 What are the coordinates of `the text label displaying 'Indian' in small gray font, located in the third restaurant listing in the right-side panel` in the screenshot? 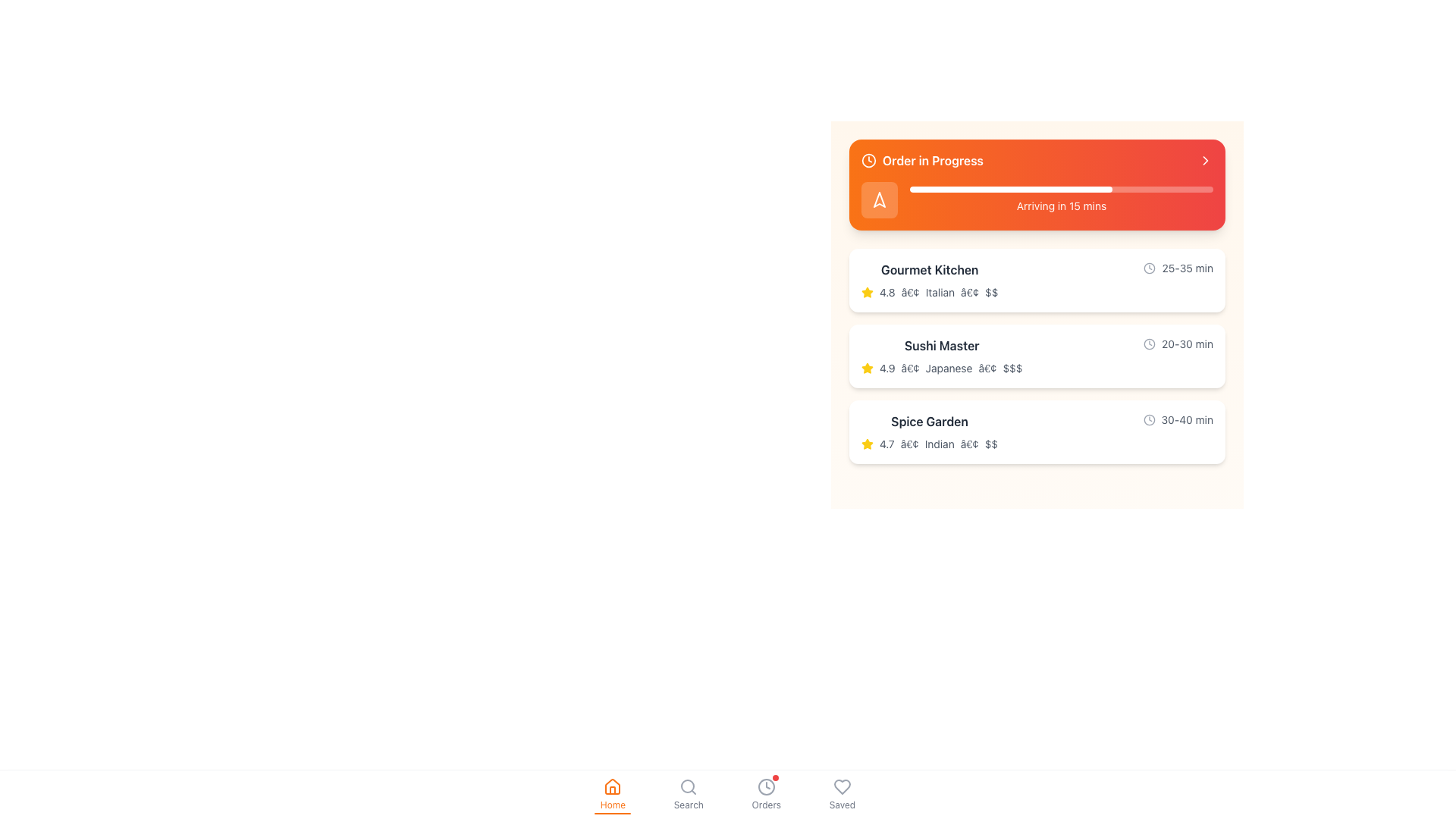 It's located at (939, 444).